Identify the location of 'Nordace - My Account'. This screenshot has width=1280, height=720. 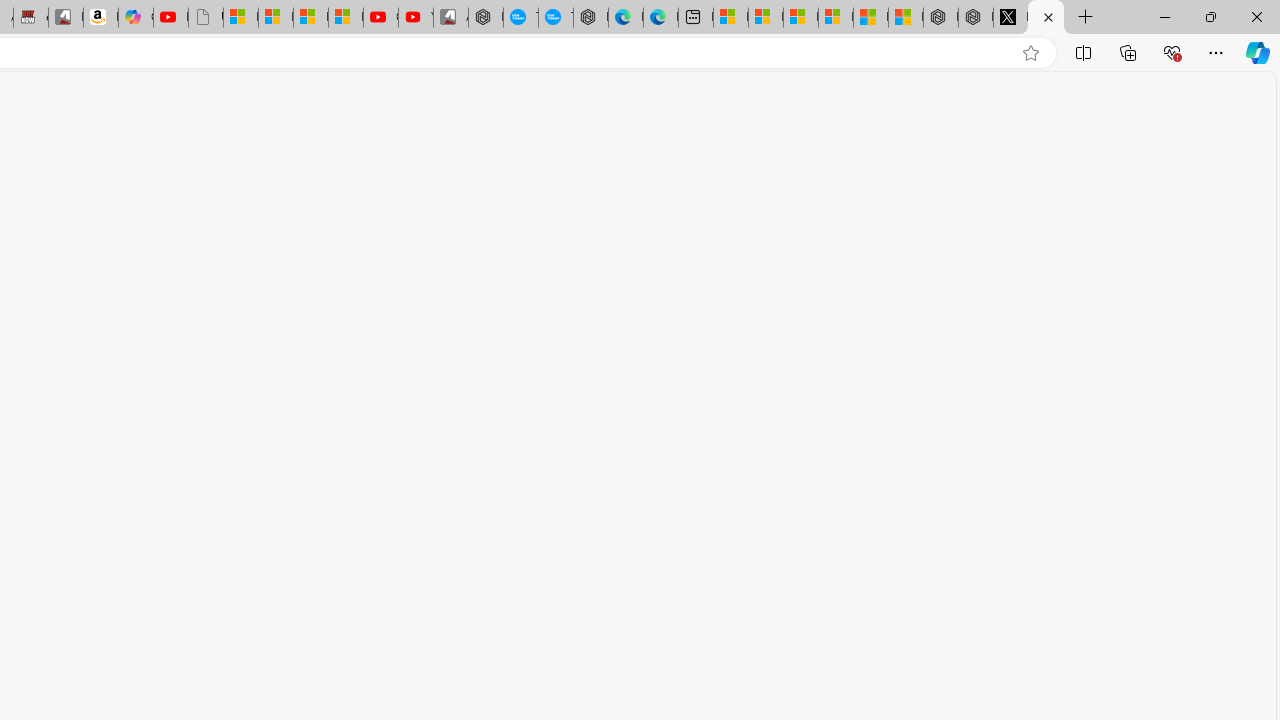
(485, 17).